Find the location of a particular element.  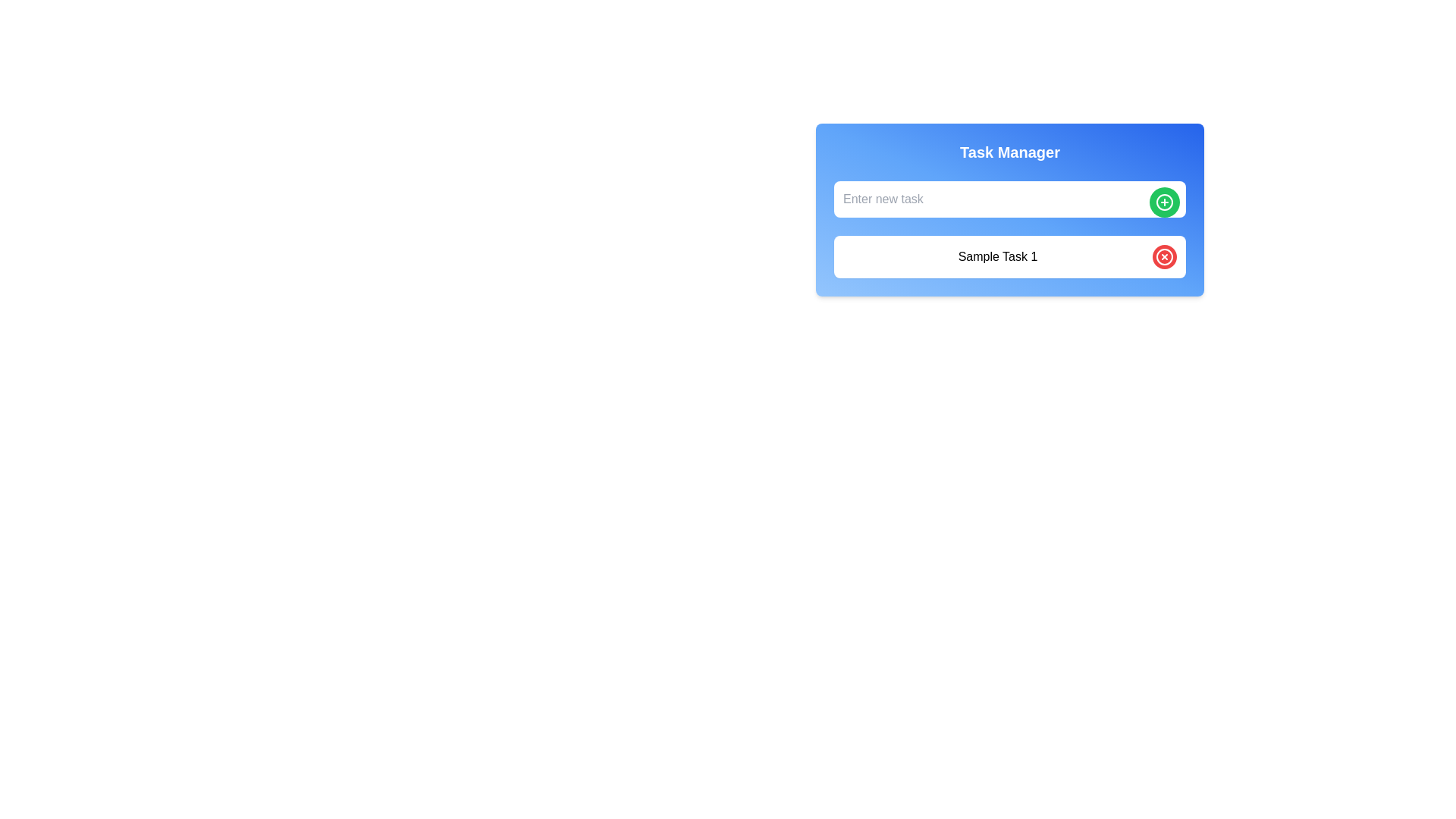

the icon inside the green circular button to the right of the 'Enter new task' input box is located at coordinates (1164, 201).